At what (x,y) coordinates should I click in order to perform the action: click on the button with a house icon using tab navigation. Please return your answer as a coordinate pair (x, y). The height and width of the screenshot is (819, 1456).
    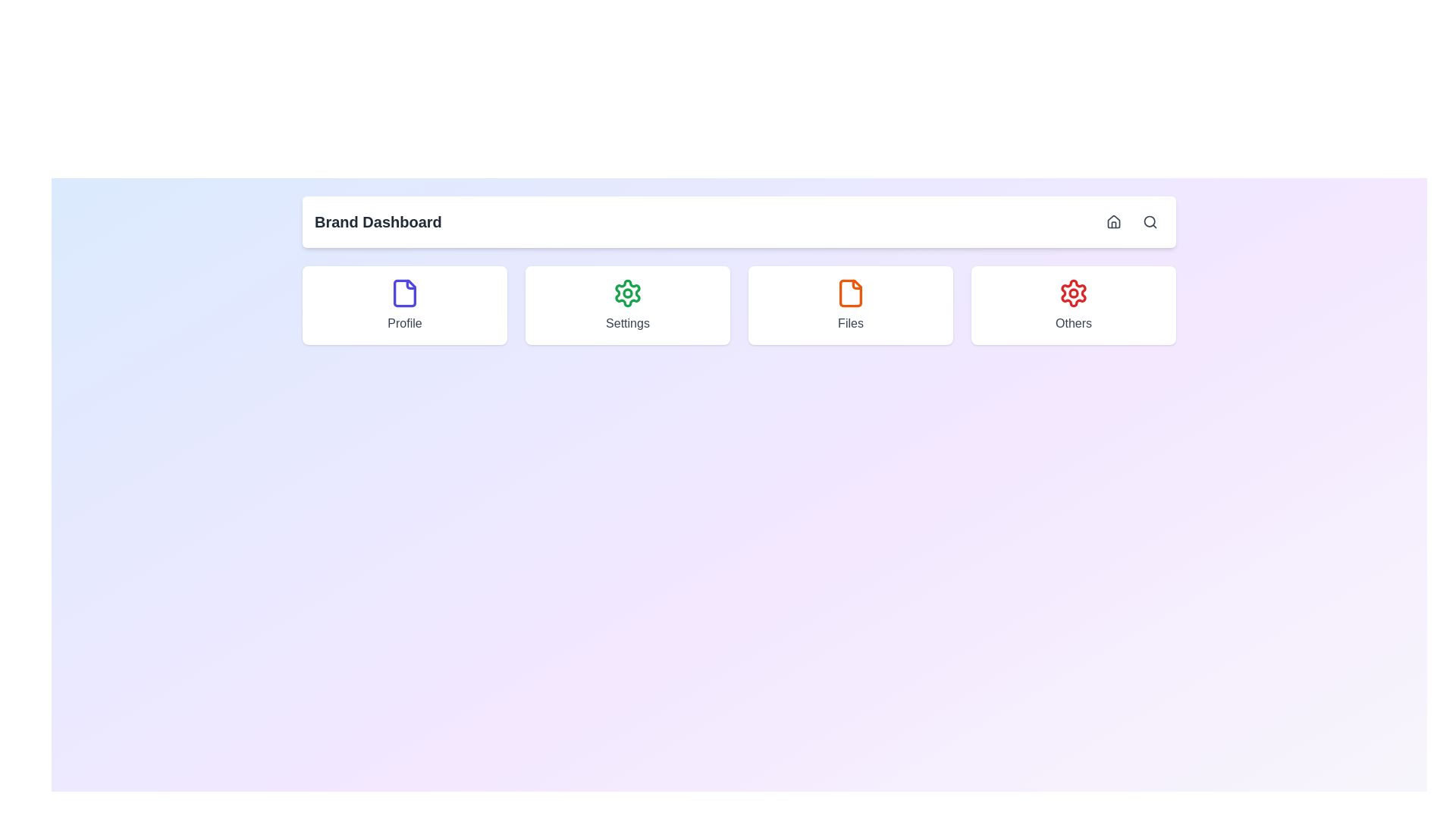
    Looking at the image, I should click on (1113, 222).